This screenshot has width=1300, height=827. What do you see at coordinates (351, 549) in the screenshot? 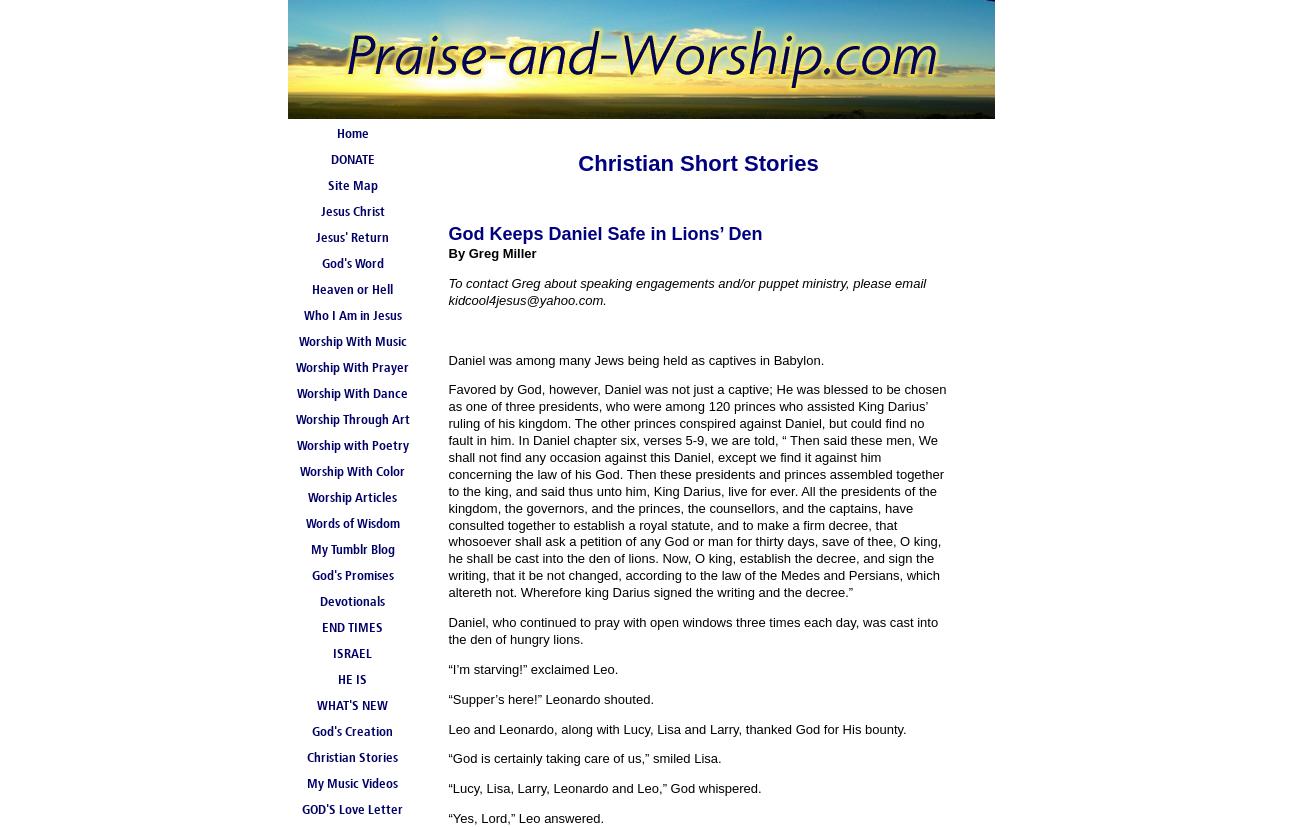
I see `'My Tumblr Blog'` at bounding box center [351, 549].